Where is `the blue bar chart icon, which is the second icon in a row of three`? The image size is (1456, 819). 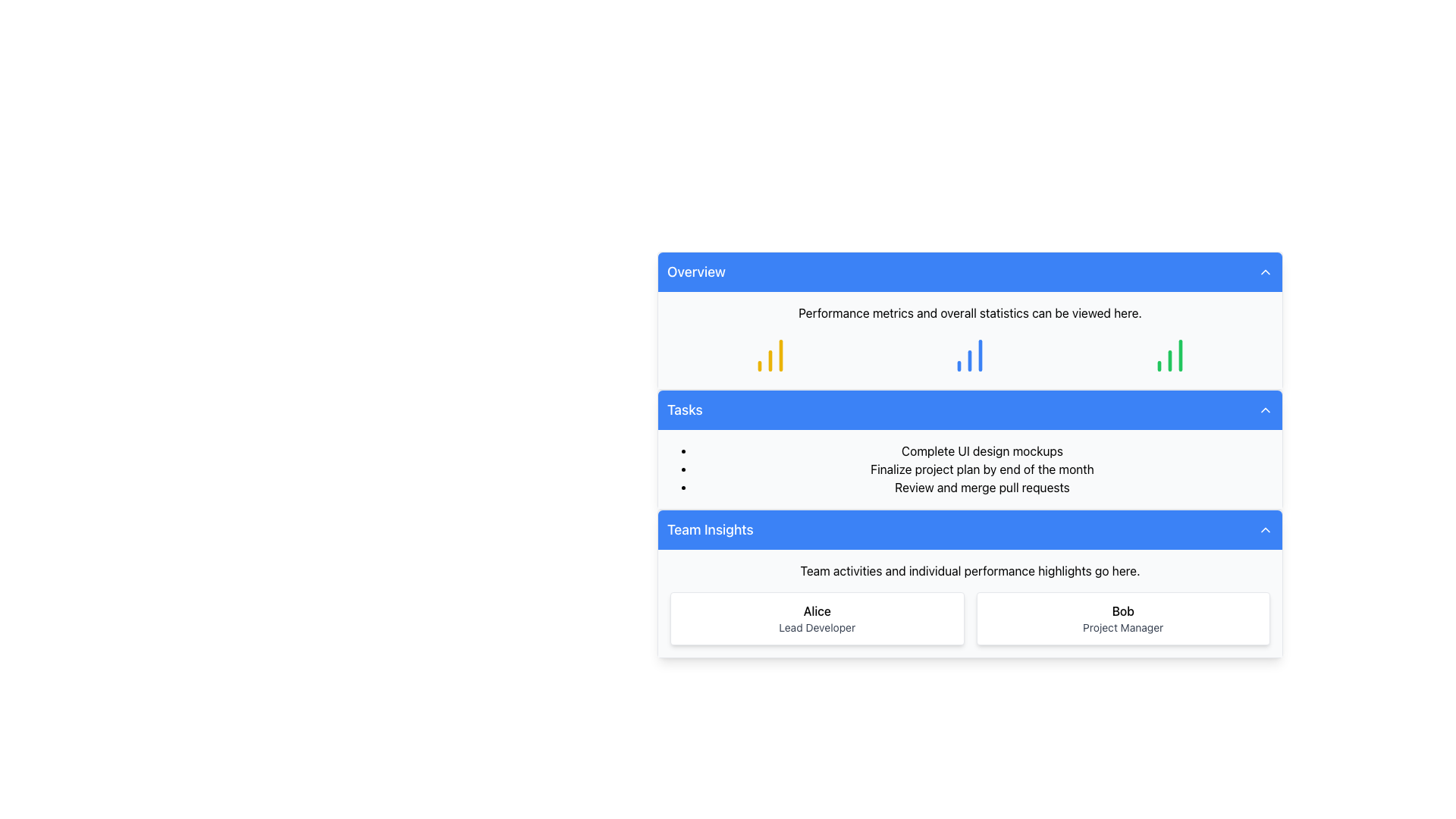
the blue bar chart icon, which is the second icon in a row of three is located at coordinates (969, 356).